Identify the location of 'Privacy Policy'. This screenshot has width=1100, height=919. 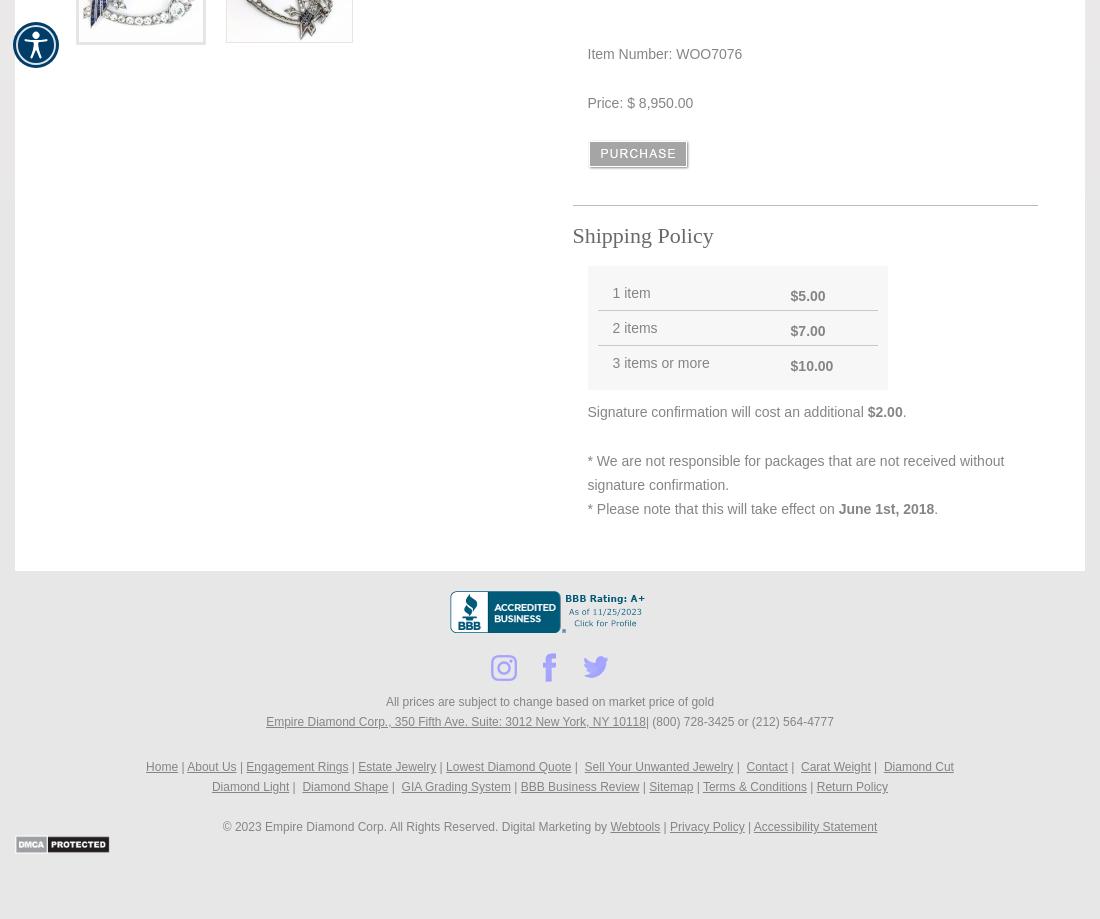
(670, 827).